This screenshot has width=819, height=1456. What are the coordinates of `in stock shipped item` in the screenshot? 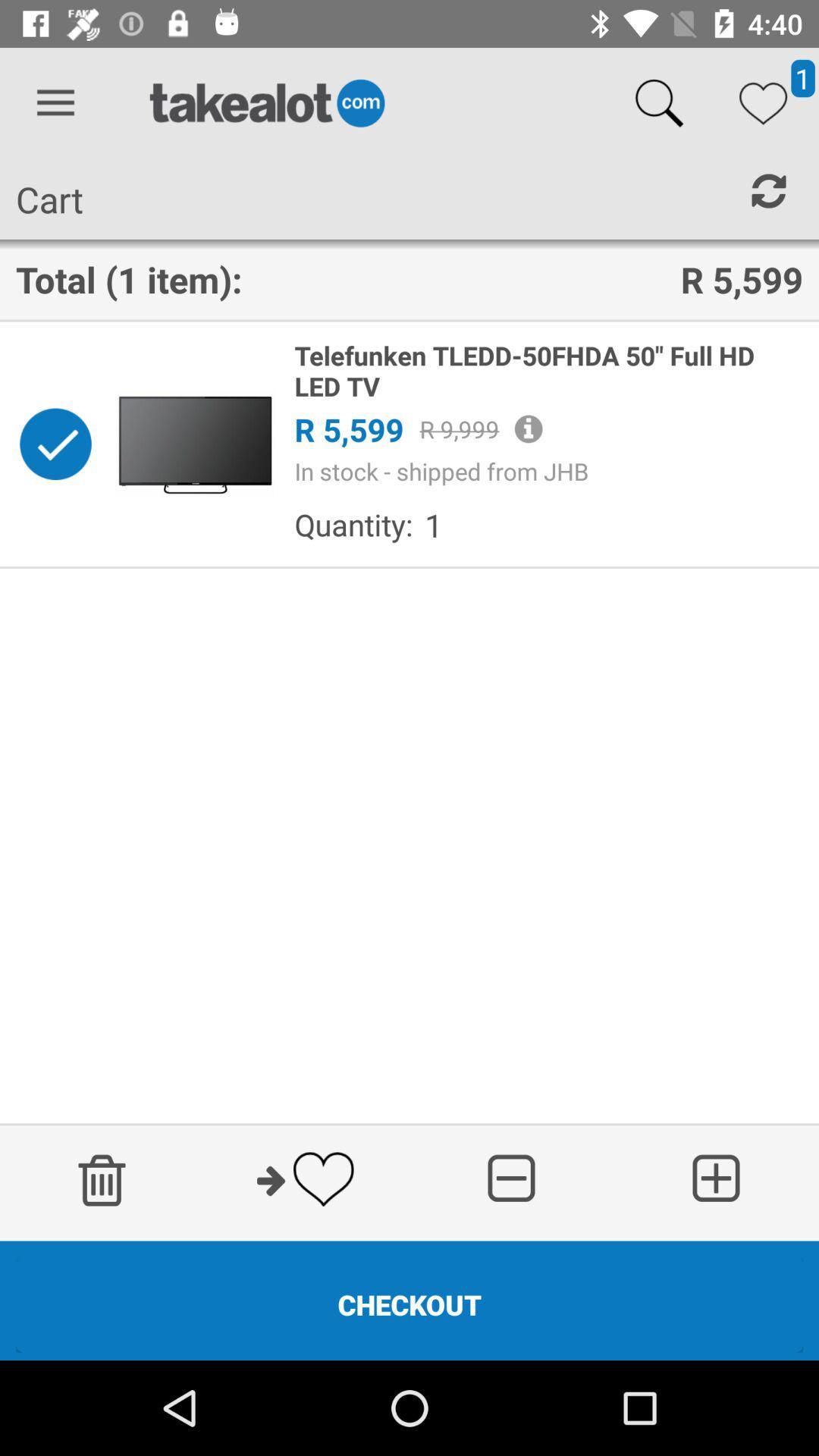 It's located at (548, 470).